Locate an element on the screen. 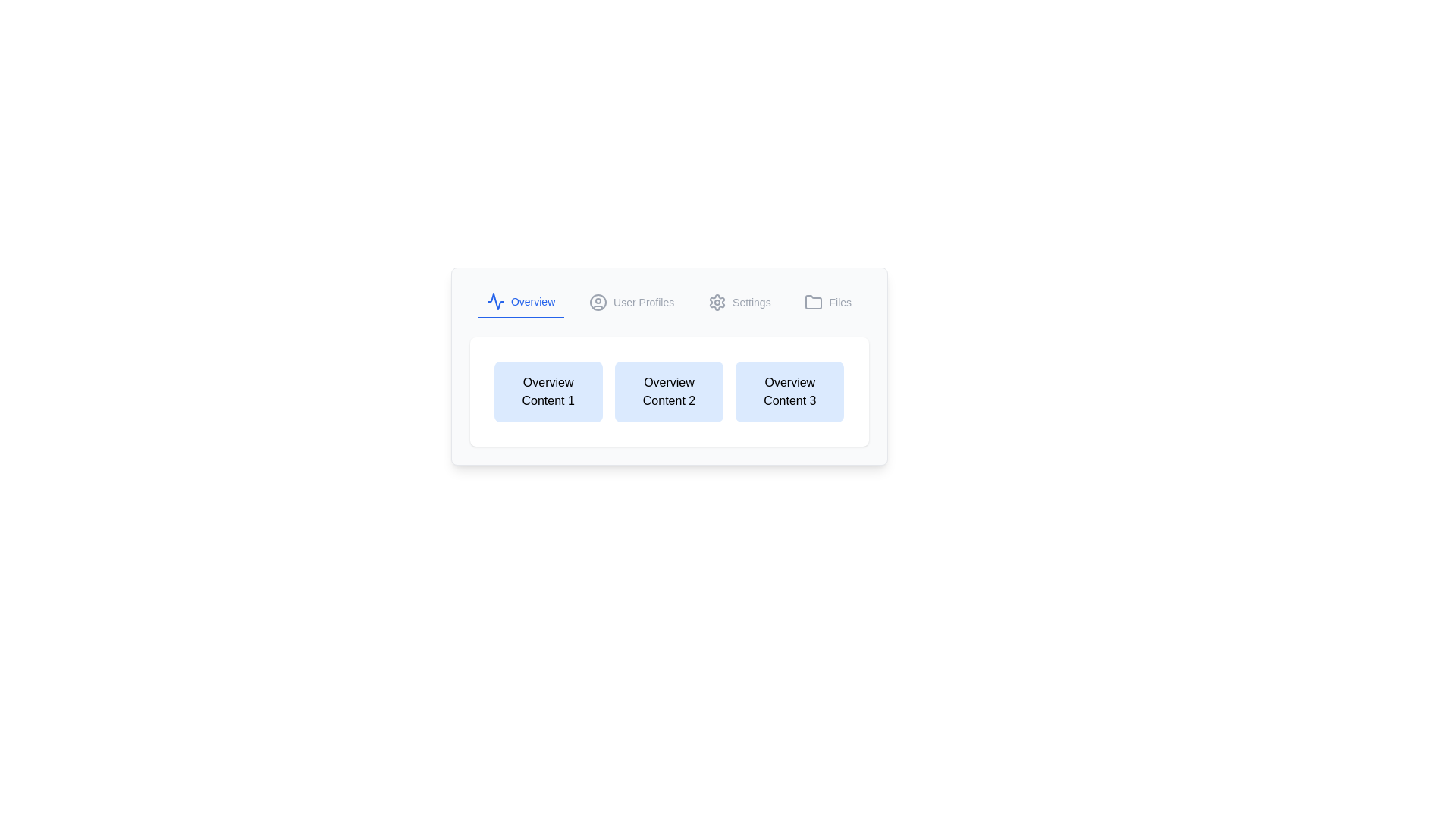  the gear icon in the navigation bar, which is located between the 'User Profiles' icon and the 'Files' icon is located at coordinates (716, 302).